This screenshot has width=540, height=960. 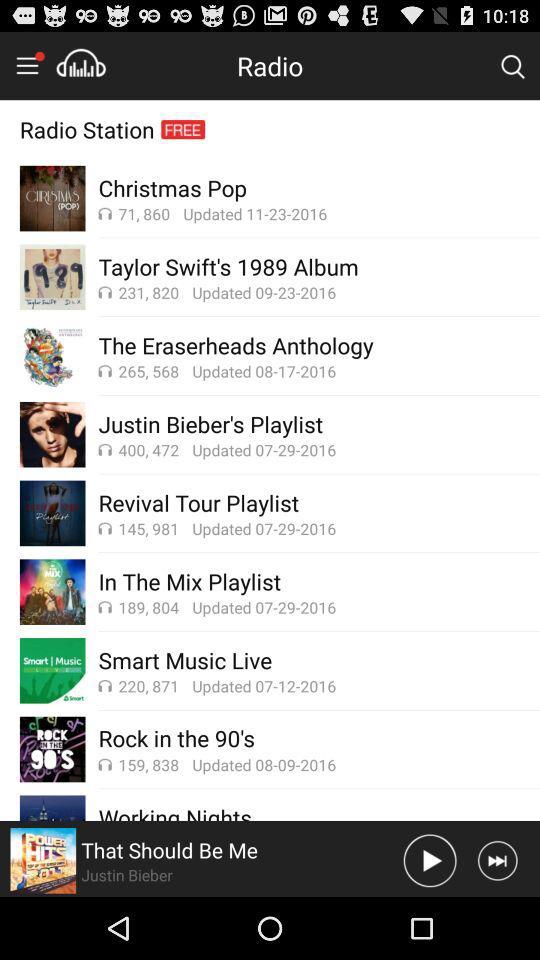 I want to click on sound, so click(x=429, y=859).